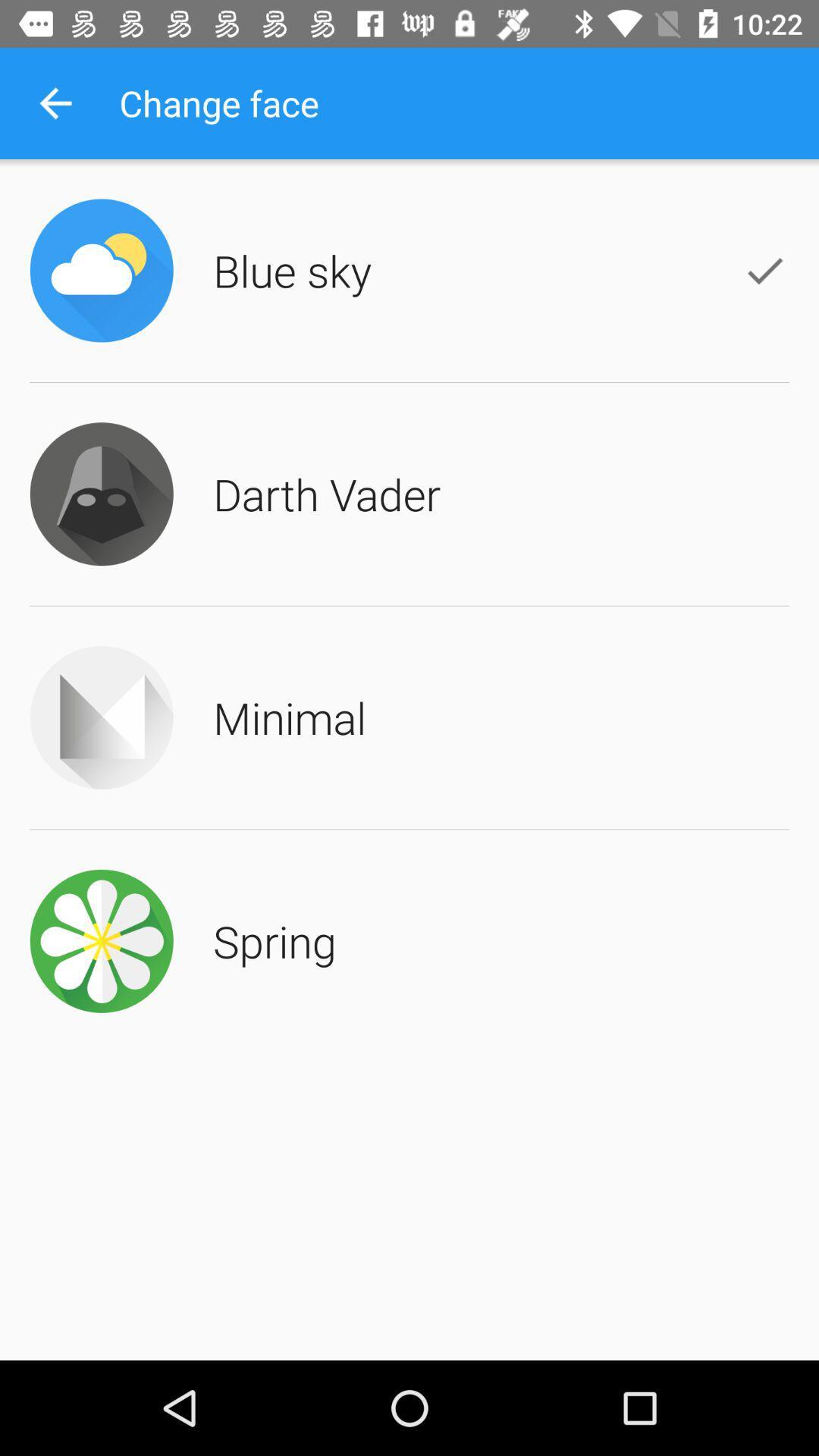  What do you see at coordinates (55, 102) in the screenshot?
I see `to go back page` at bounding box center [55, 102].